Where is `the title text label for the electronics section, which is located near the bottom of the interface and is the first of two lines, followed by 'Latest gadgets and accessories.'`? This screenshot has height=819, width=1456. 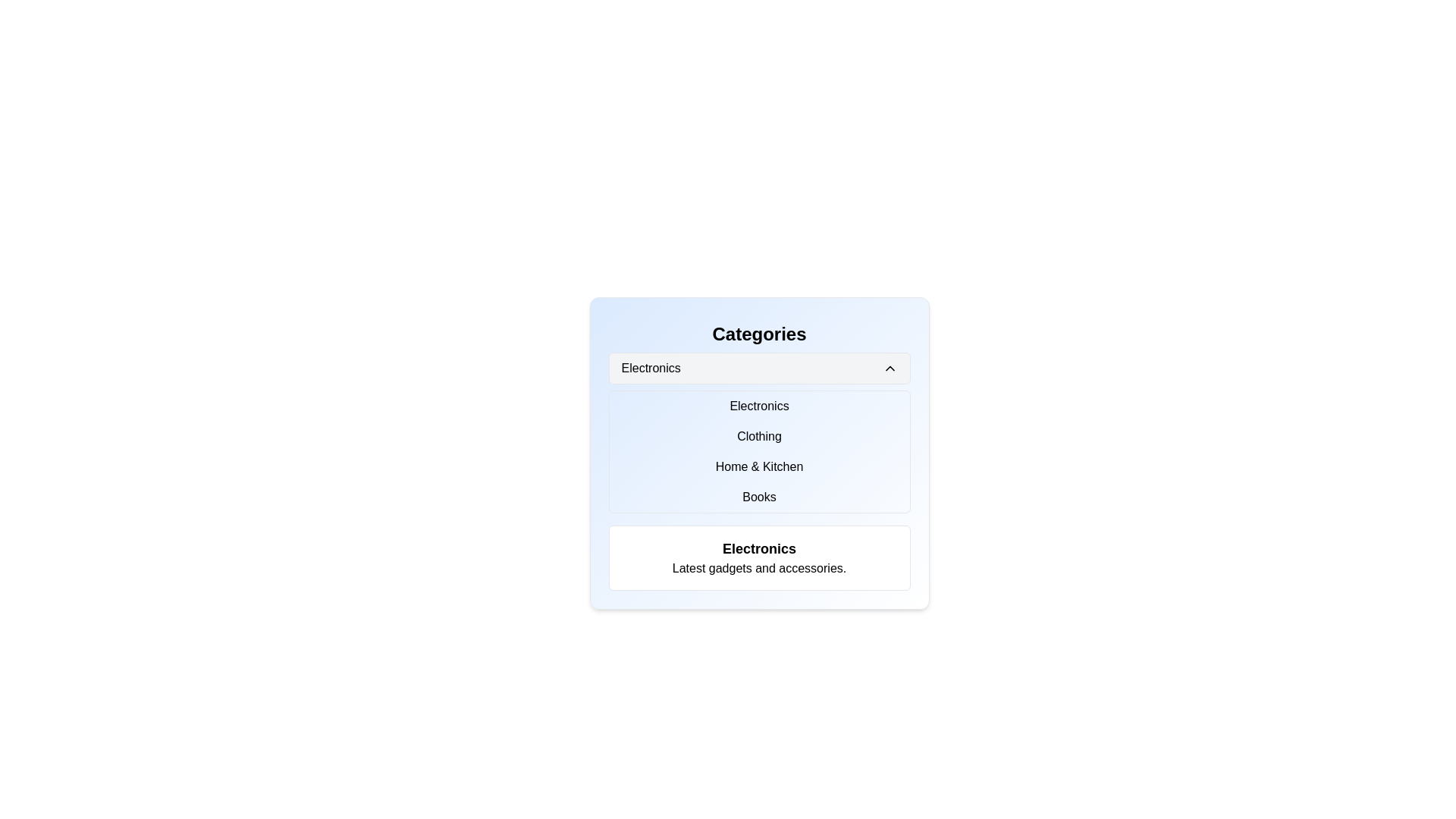 the title text label for the electronics section, which is located near the bottom of the interface and is the first of two lines, followed by 'Latest gadgets and accessories.' is located at coordinates (759, 549).